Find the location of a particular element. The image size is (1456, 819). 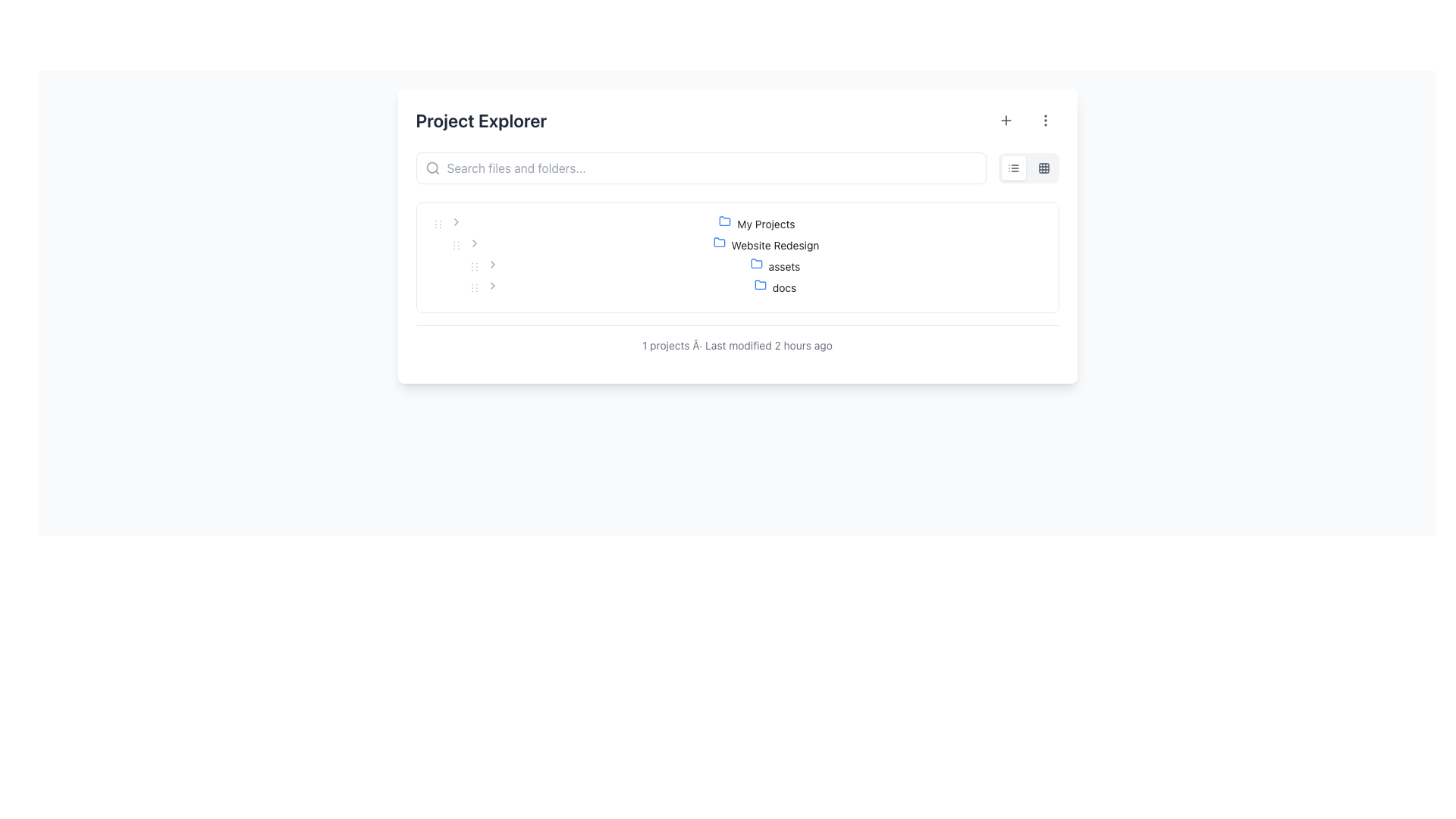

the 'Website Redesign' folder node is located at coordinates (737, 245).